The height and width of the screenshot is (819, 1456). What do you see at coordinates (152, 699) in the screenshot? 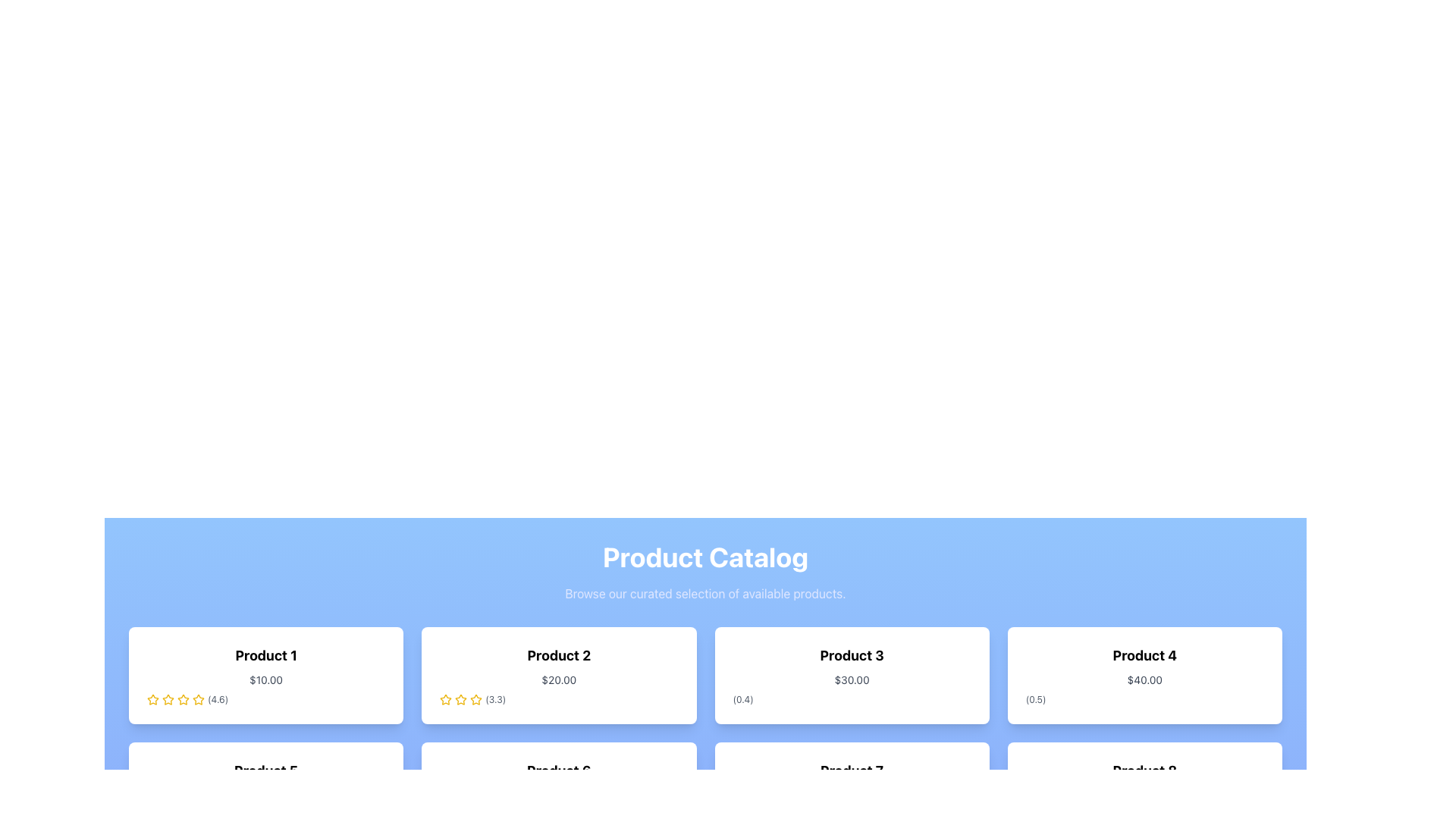
I see `first star icon in the 5-star rating system for 'Product 1' priced at '$10.00', positioned to the left of the numeric rating '(4.6)'` at bounding box center [152, 699].